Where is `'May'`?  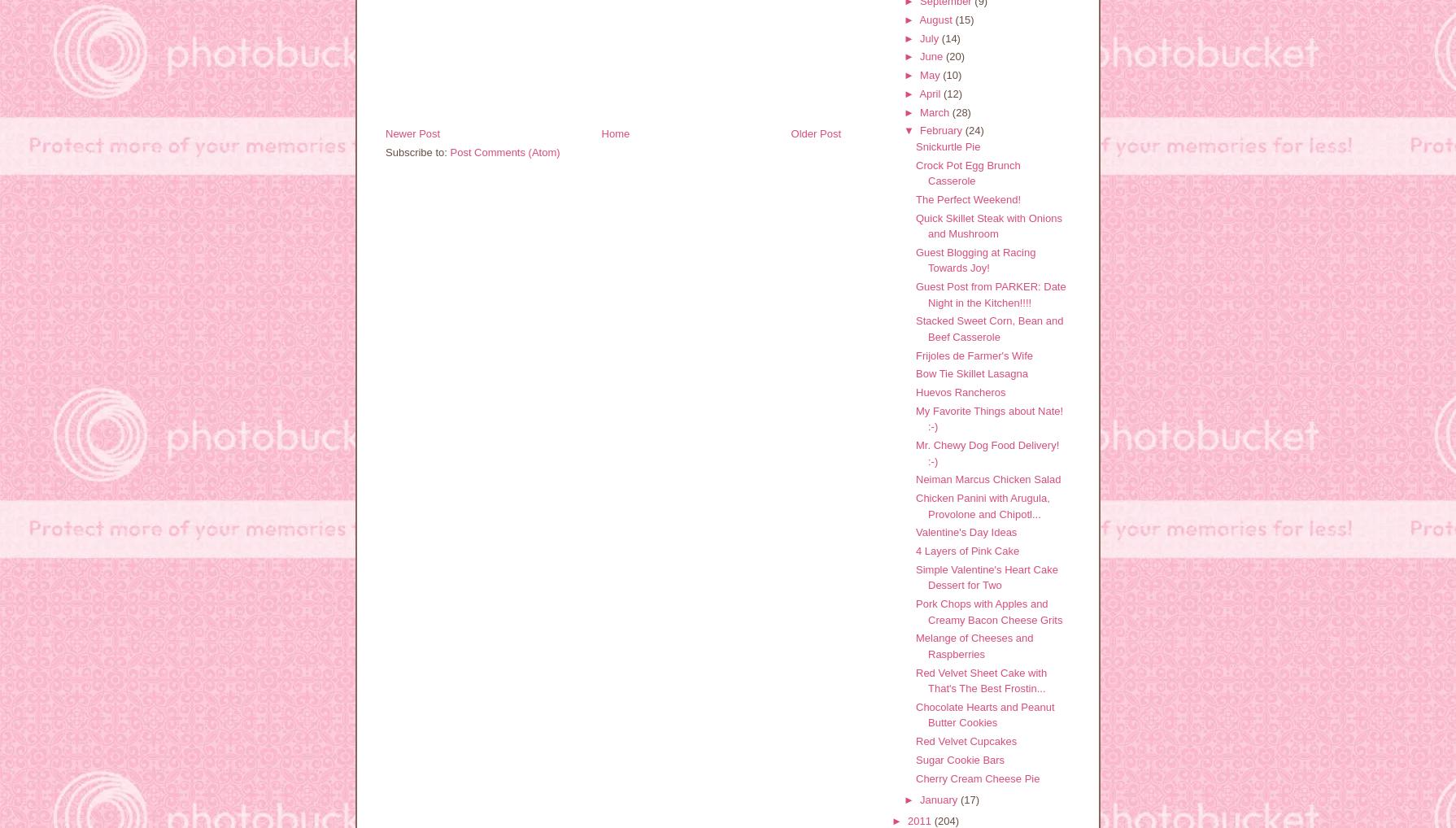 'May' is located at coordinates (919, 75).